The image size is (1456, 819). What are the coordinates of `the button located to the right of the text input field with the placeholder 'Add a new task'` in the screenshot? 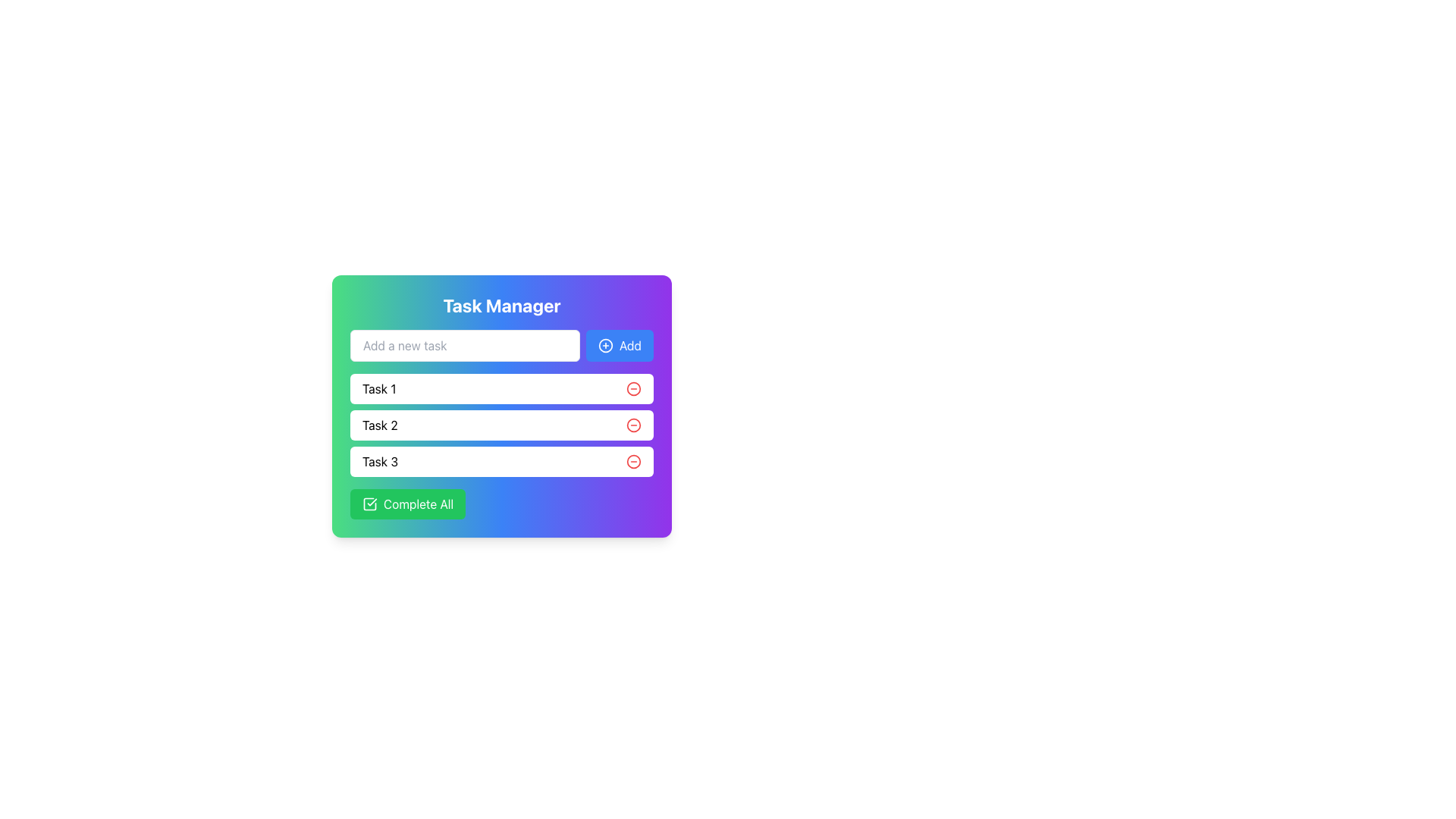 It's located at (620, 345).